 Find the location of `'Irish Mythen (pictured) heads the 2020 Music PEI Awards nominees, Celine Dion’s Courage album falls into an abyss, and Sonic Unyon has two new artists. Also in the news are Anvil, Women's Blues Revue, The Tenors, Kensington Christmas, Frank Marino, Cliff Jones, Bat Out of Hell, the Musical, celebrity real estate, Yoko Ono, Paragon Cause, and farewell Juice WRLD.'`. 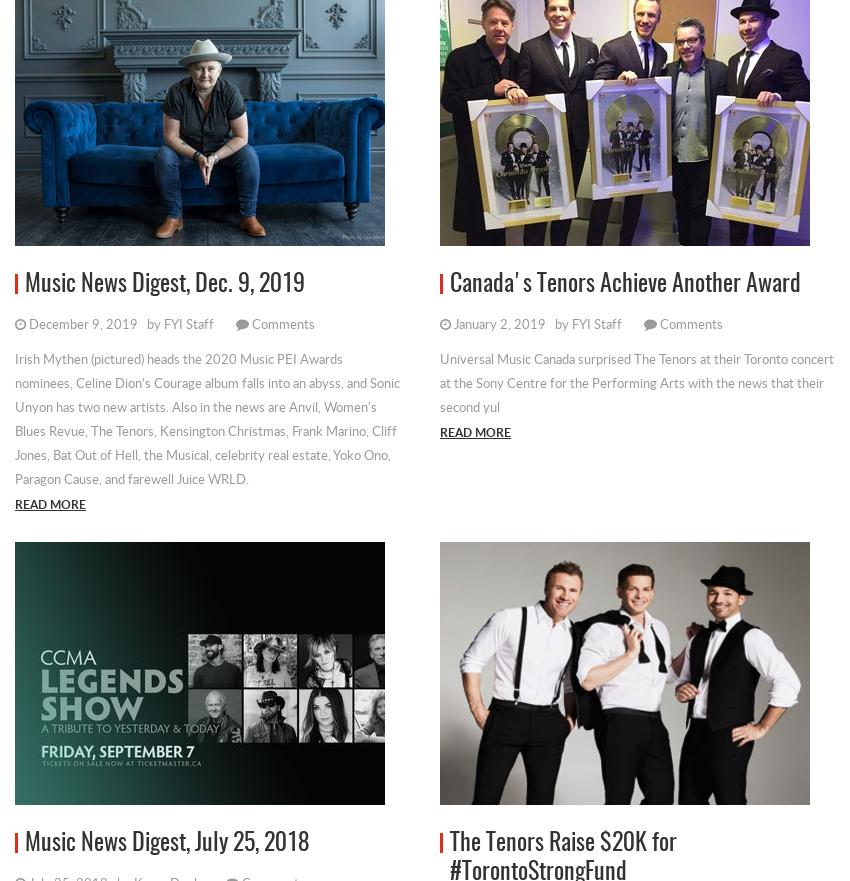

'Irish Mythen (pictured) heads the 2020 Music PEI Awards nominees, Celine Dion’s Courage album falls into an abyss, and Sonic Unyon has two new artists. Also in the news are Anvil, Women's Blues Revue, The Tenors, Kensington Christmas, Frank Marino, Cliff Jones, Bat Out of Hell, the Musical, celebrity real estate, Yoko Ono, Paragon Cause, and farewell Juice WRLD.' is located at coordinates (206, 417).